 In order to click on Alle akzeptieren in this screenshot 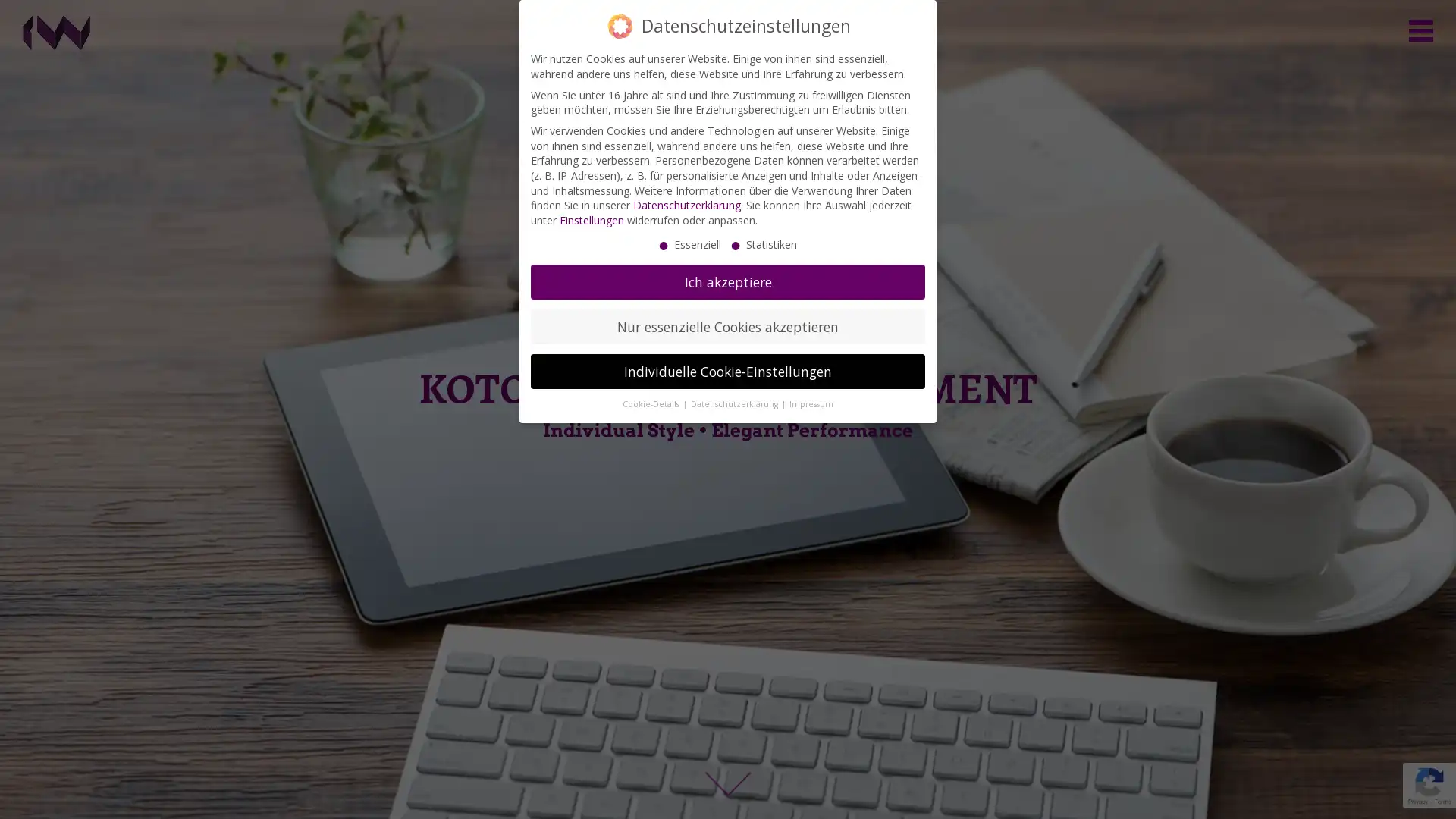, I will do `click(585, 646)`.